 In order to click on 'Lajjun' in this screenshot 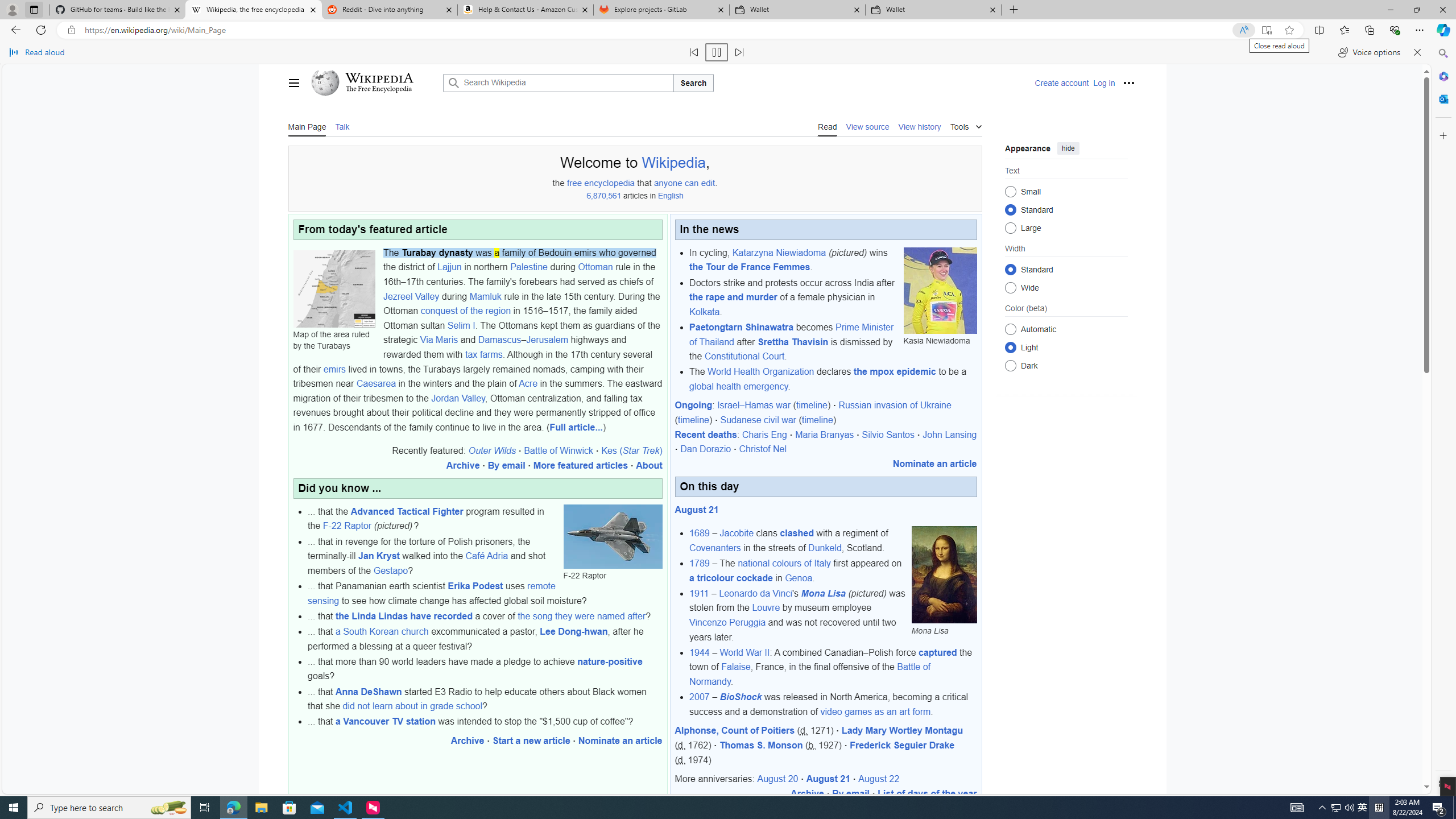, I will do `click(448, 267)`.